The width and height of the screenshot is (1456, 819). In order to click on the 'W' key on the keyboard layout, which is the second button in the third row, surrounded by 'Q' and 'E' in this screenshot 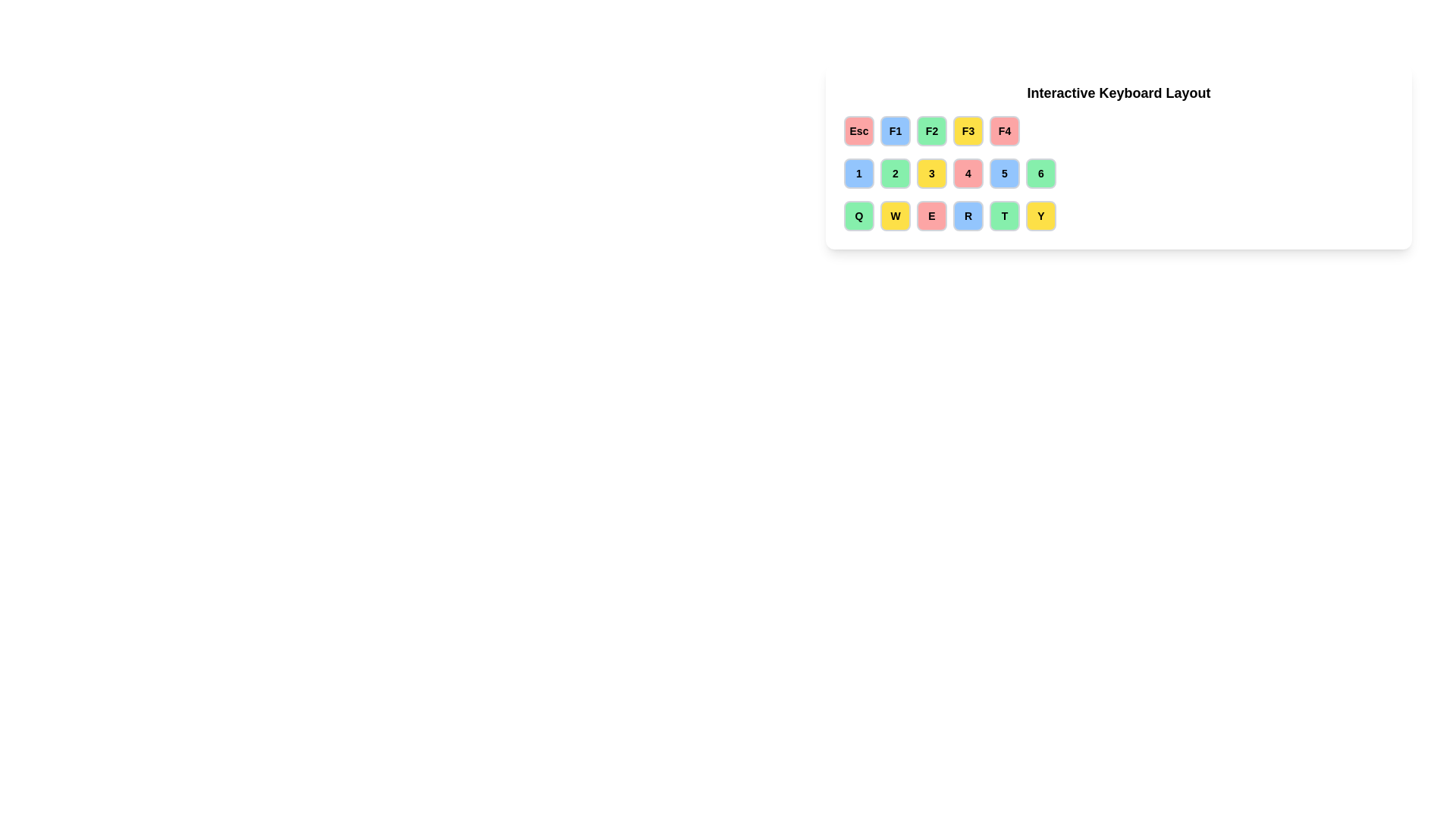, I will do `click(895, 216)`.